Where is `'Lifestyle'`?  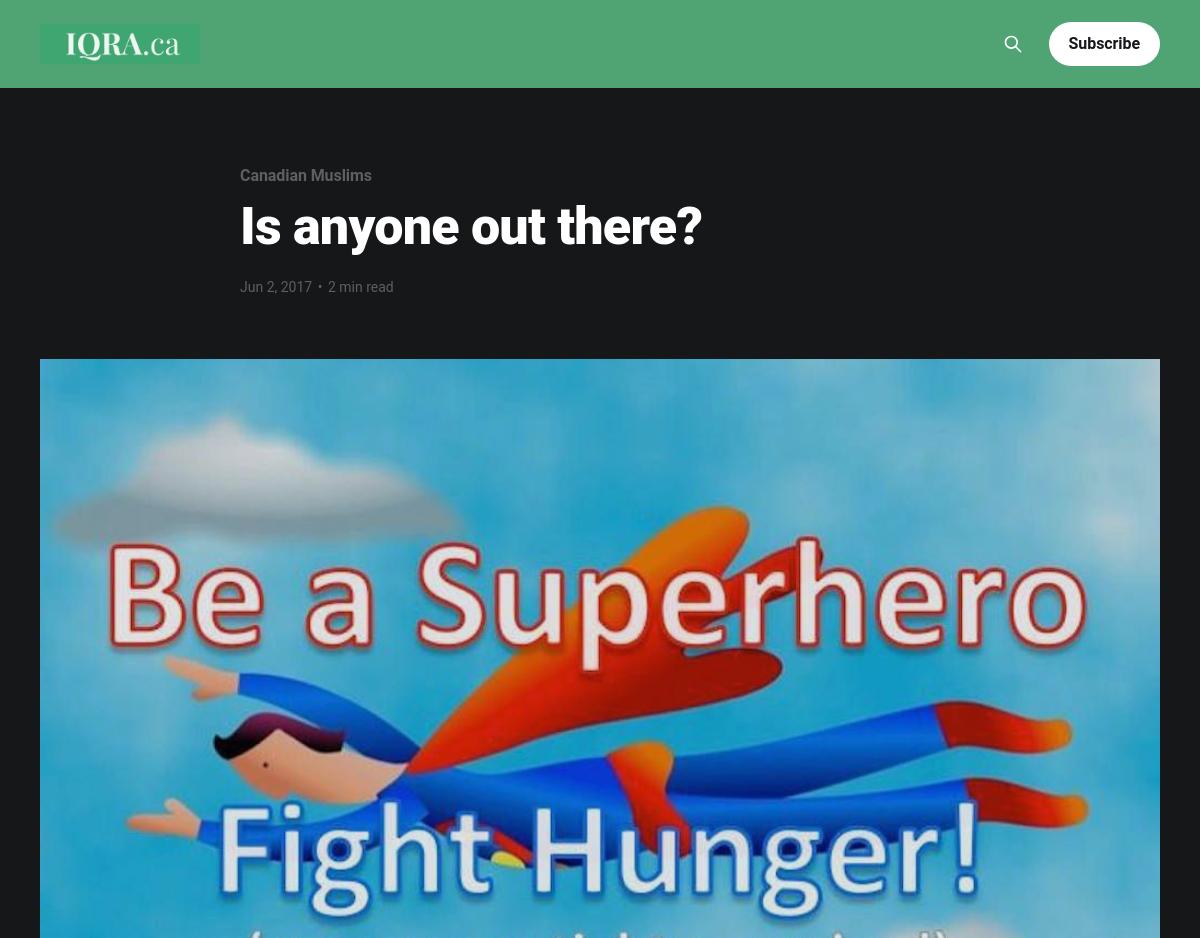
'Lifestyle' is located at coordinates (620, 14).